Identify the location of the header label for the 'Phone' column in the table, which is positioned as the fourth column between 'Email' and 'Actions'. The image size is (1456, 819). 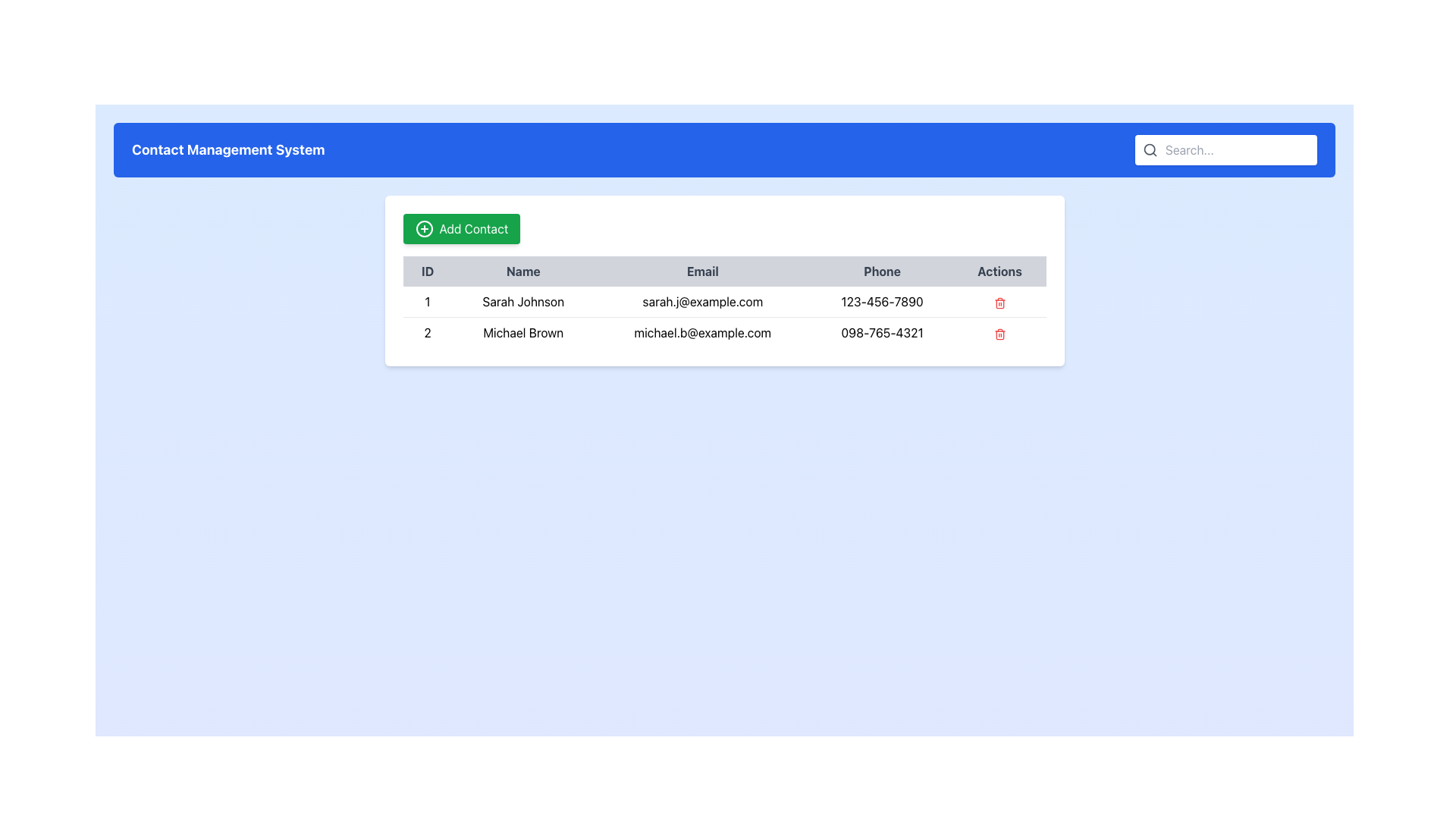
(882, 271).